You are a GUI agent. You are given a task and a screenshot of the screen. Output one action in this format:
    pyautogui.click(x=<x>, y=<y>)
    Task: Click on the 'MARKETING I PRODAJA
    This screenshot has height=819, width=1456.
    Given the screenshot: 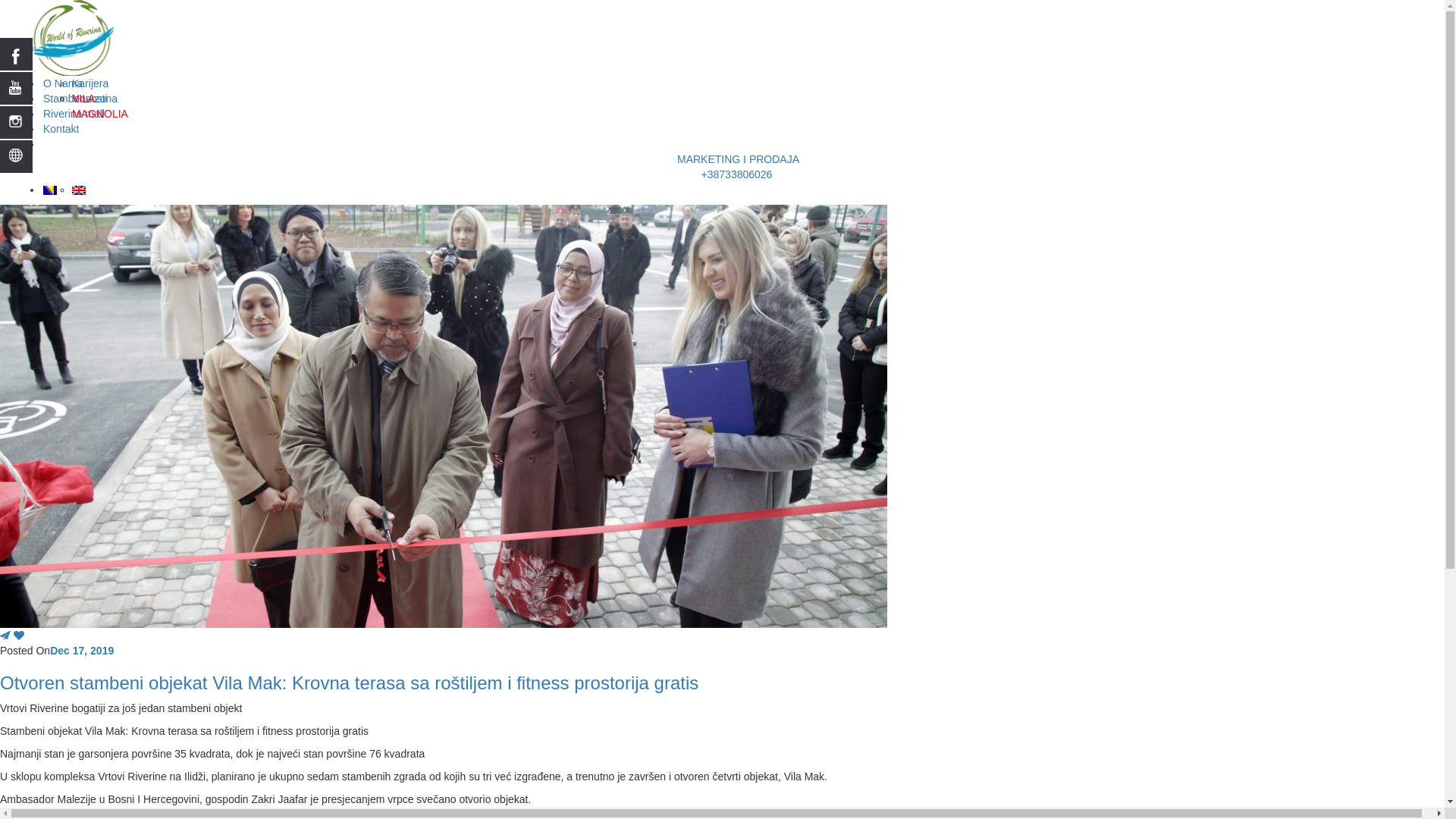 What is the action you would take?
    pyautogui.click(x=737, y=166)
    